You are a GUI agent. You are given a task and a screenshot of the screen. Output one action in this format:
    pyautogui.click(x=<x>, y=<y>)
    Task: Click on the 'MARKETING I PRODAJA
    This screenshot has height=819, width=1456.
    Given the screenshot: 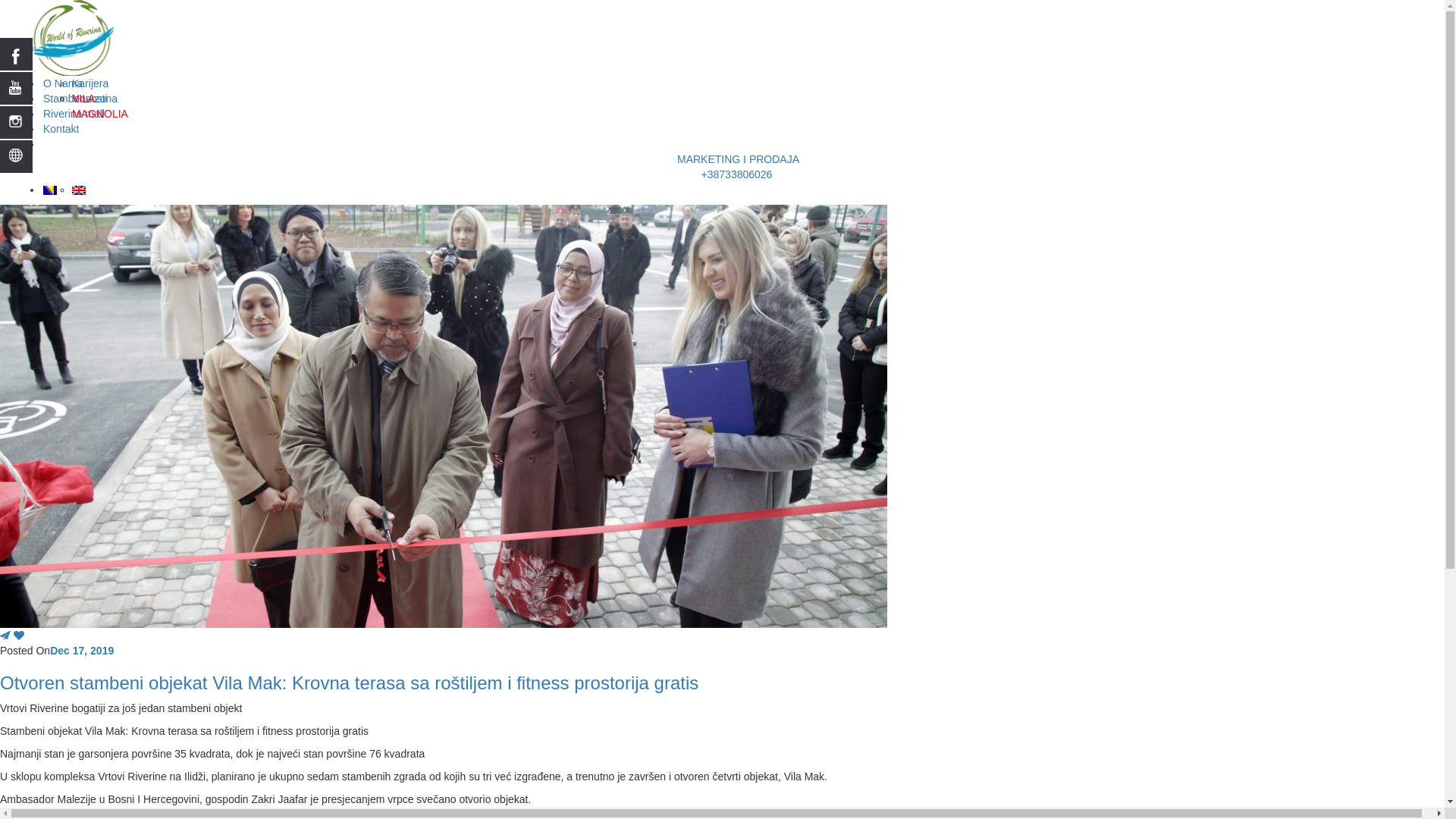 What is the action you would take?
    pyautogui.click(x=737, y=166)
    